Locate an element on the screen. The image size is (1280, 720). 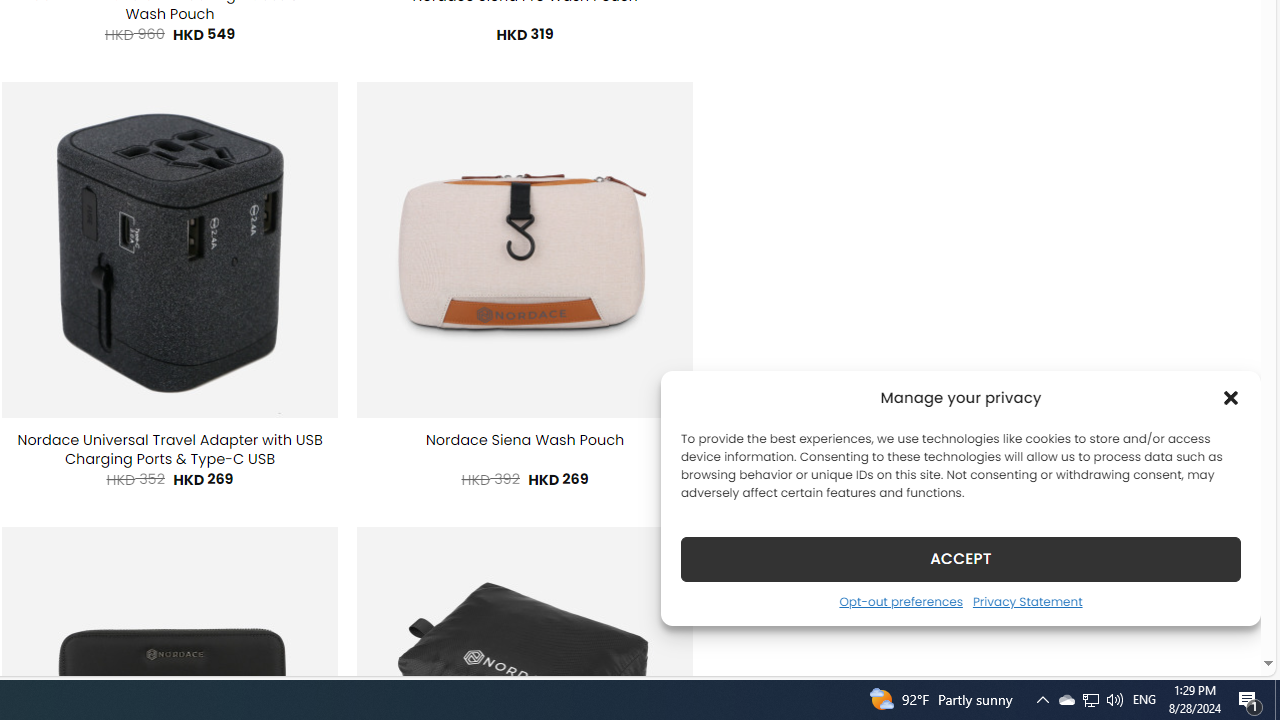
'ACCEPT' is located at coordinates (961, 558).